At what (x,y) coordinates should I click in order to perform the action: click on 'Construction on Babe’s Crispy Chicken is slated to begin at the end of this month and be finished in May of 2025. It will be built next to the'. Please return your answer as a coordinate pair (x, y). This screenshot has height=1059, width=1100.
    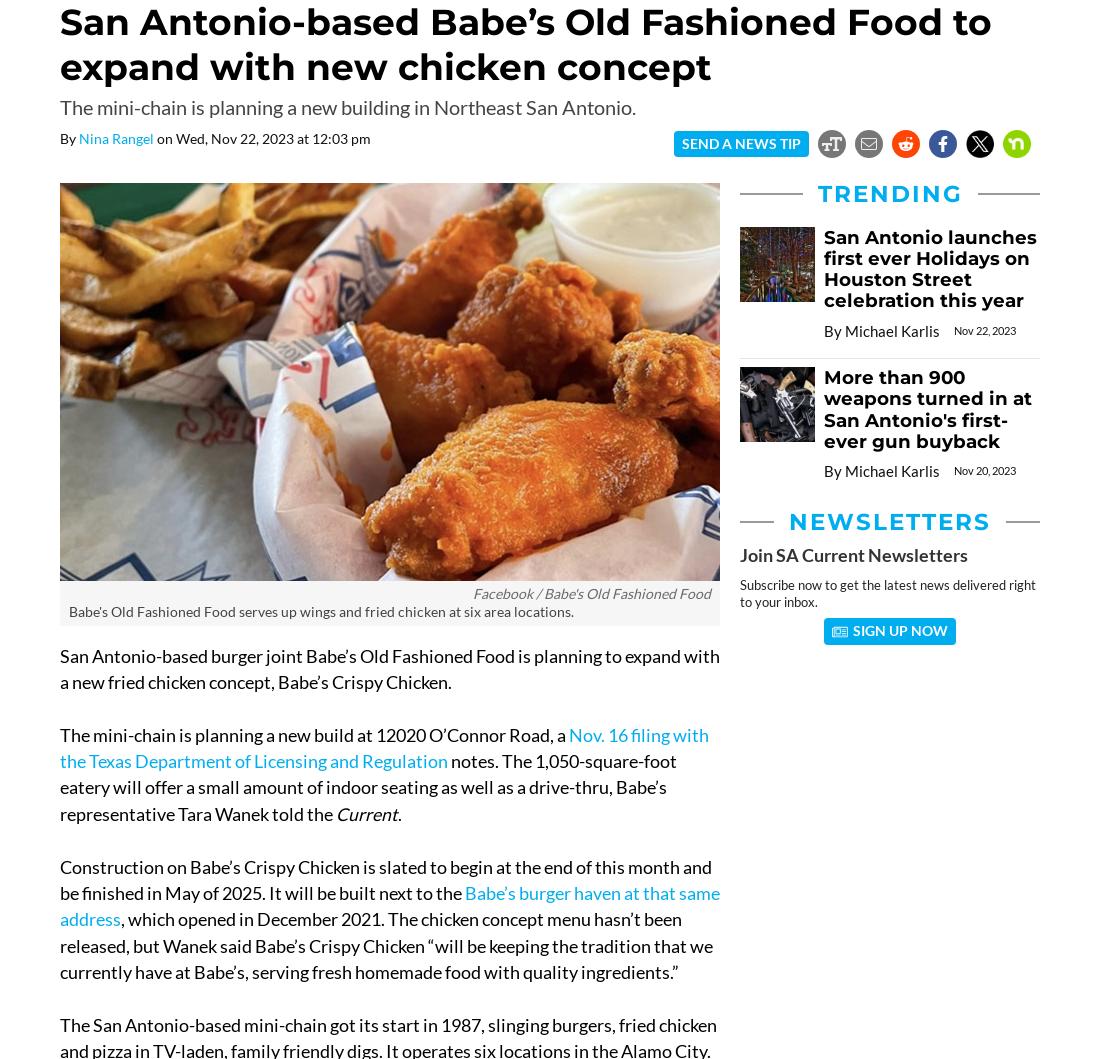
    Looking at the image, I should click on (385, 880).